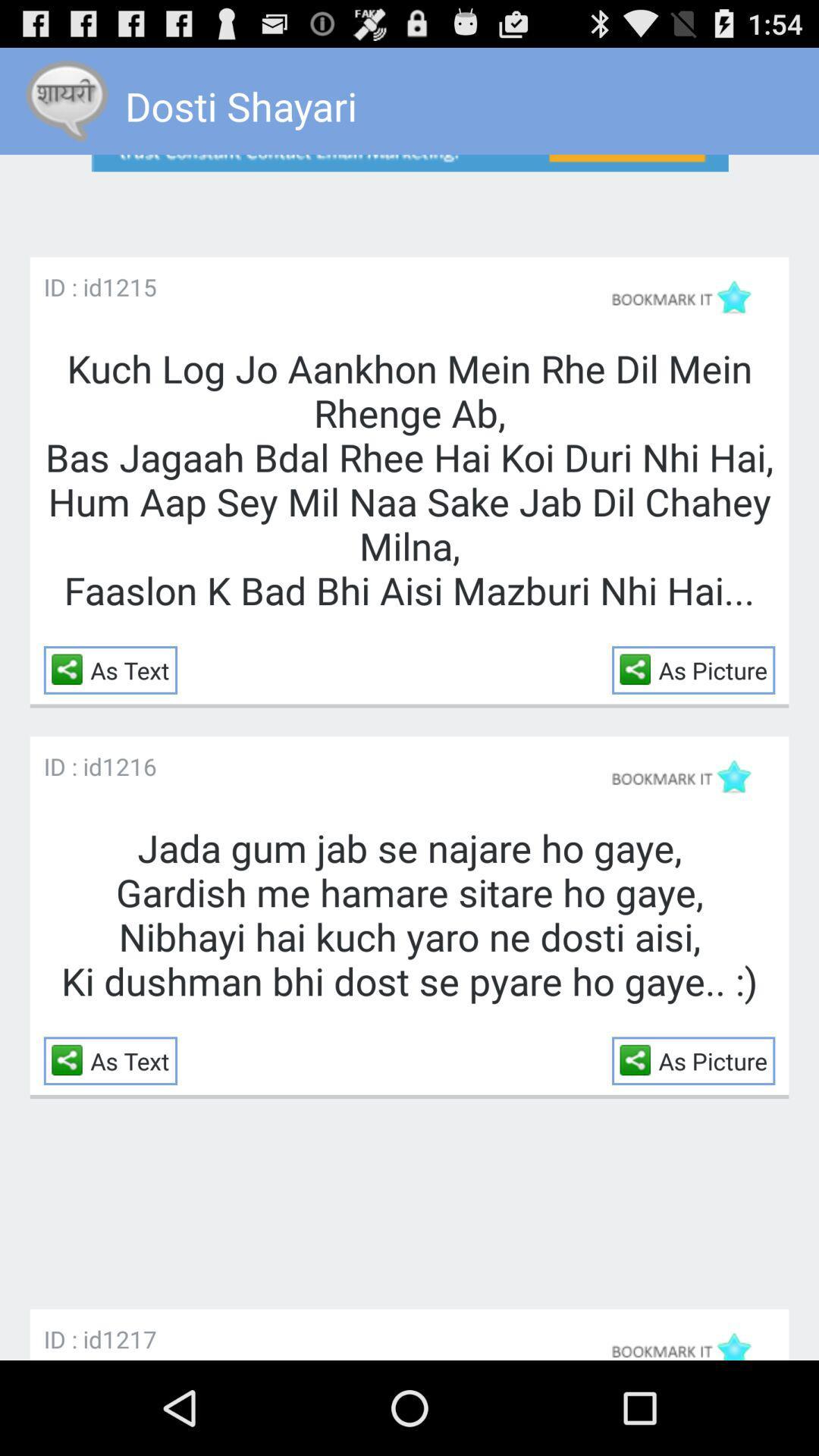 This screenshot has width=819, height=1456. Describe the element at coordinates (128, 1338) in the screenshot. I see `app next to the id : id icon` at that location.